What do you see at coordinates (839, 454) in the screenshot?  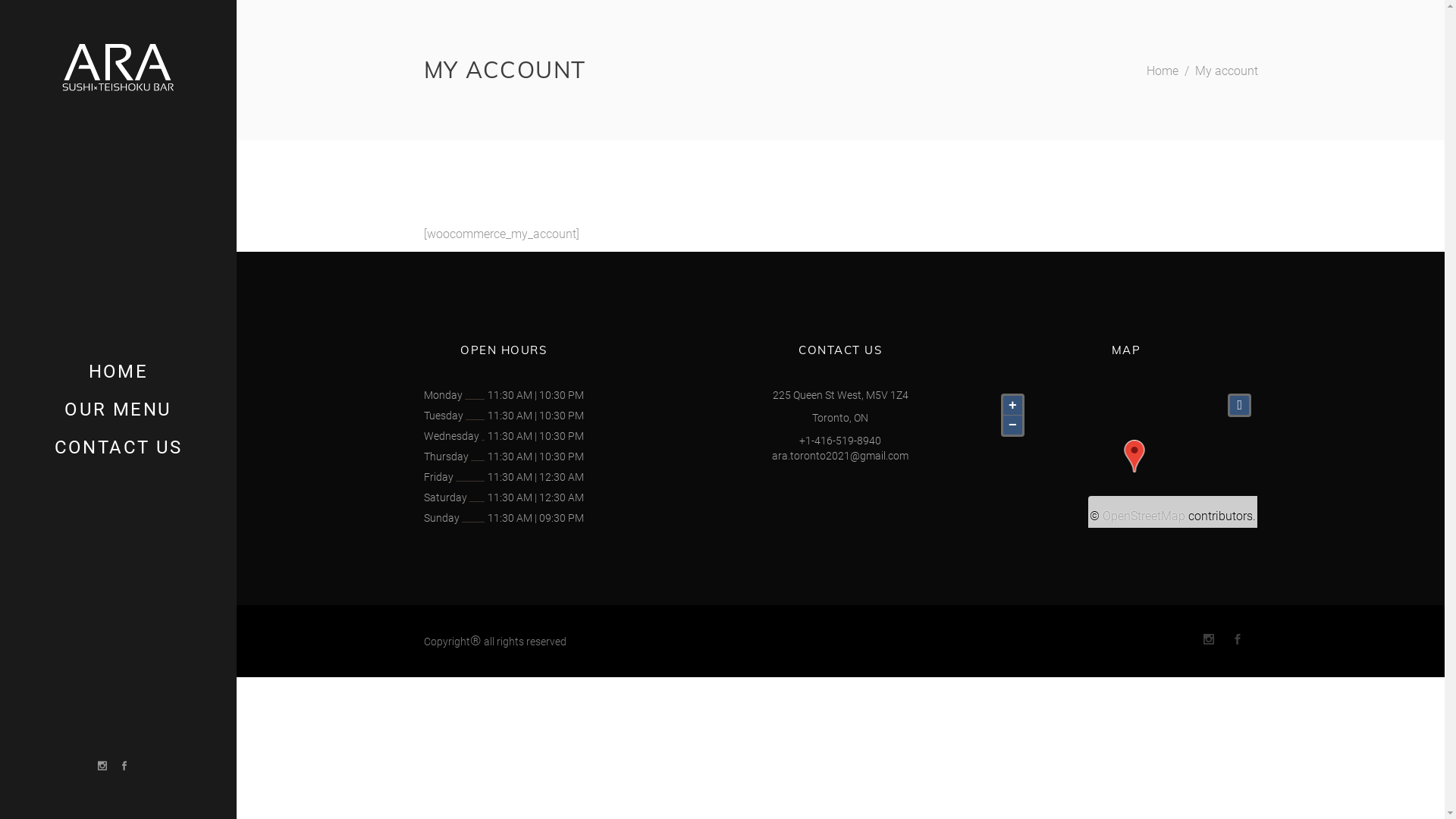 I see `'ara.toronto2021@gmail.com'` at bounding box center [839, 454].